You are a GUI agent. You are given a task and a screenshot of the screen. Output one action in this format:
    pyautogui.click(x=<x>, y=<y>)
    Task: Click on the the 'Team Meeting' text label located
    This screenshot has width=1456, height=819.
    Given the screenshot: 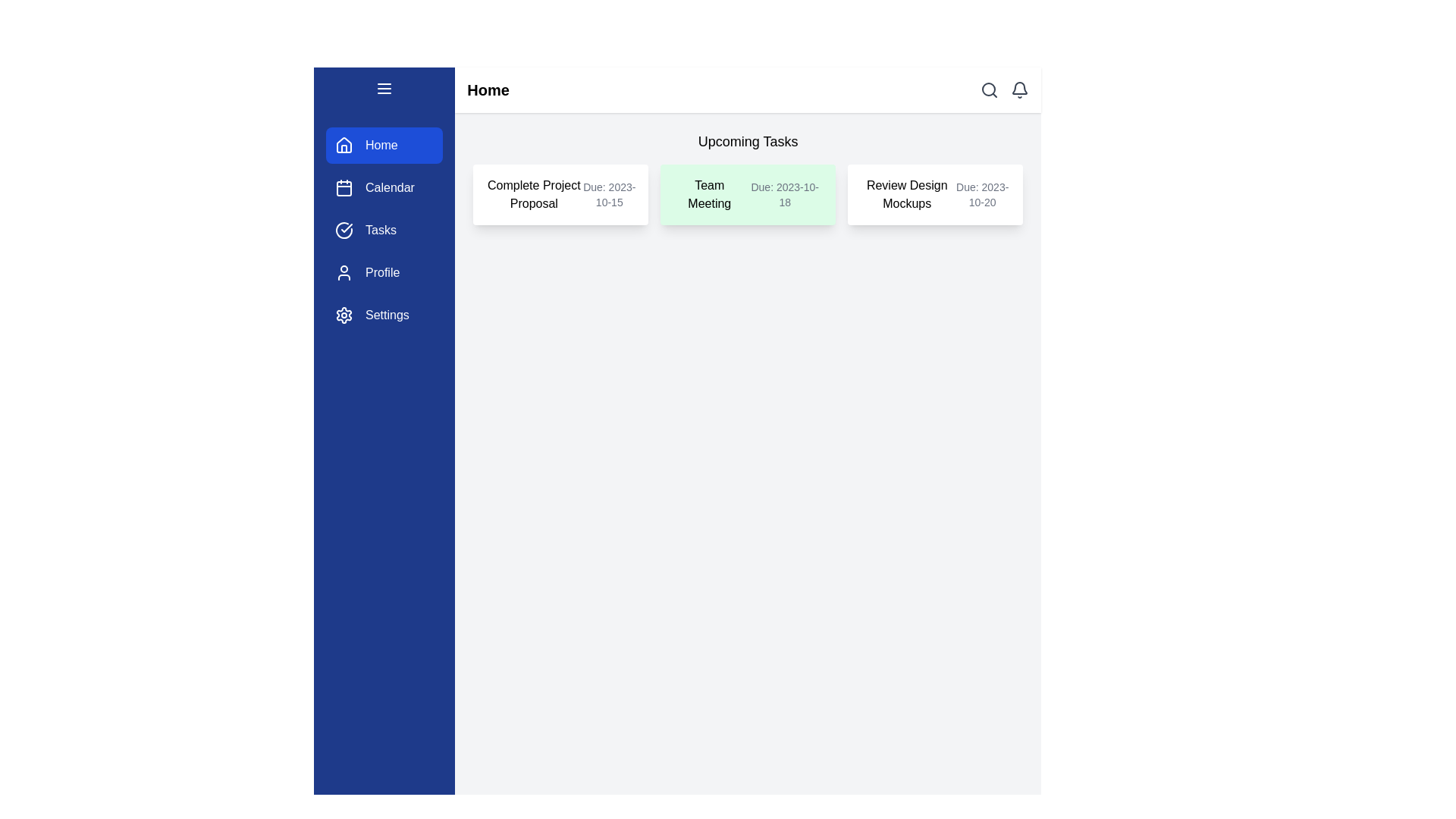 What is the action you would take?
    pyautogui.click(x=708, y=194)
    